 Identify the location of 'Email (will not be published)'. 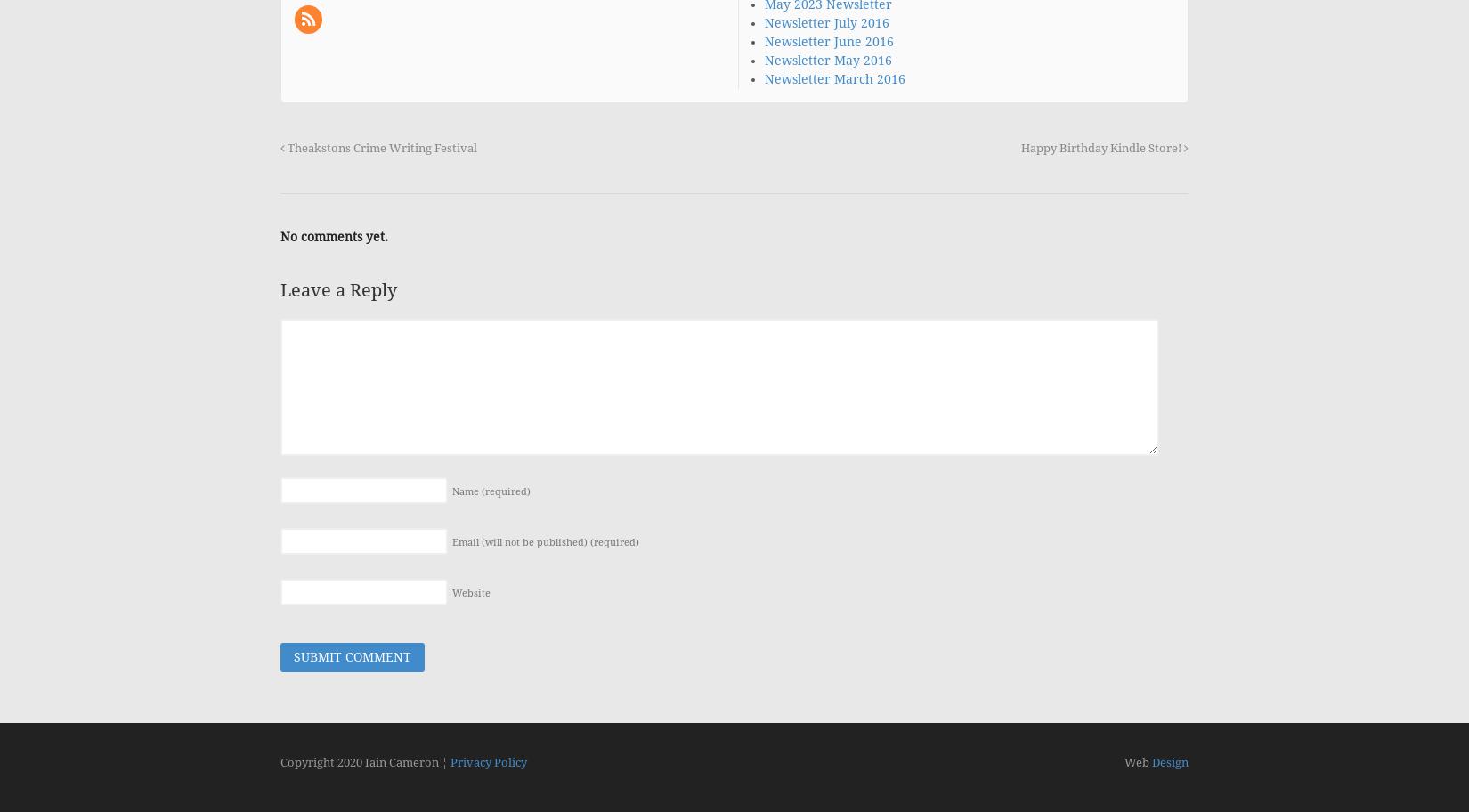
(451, 542).